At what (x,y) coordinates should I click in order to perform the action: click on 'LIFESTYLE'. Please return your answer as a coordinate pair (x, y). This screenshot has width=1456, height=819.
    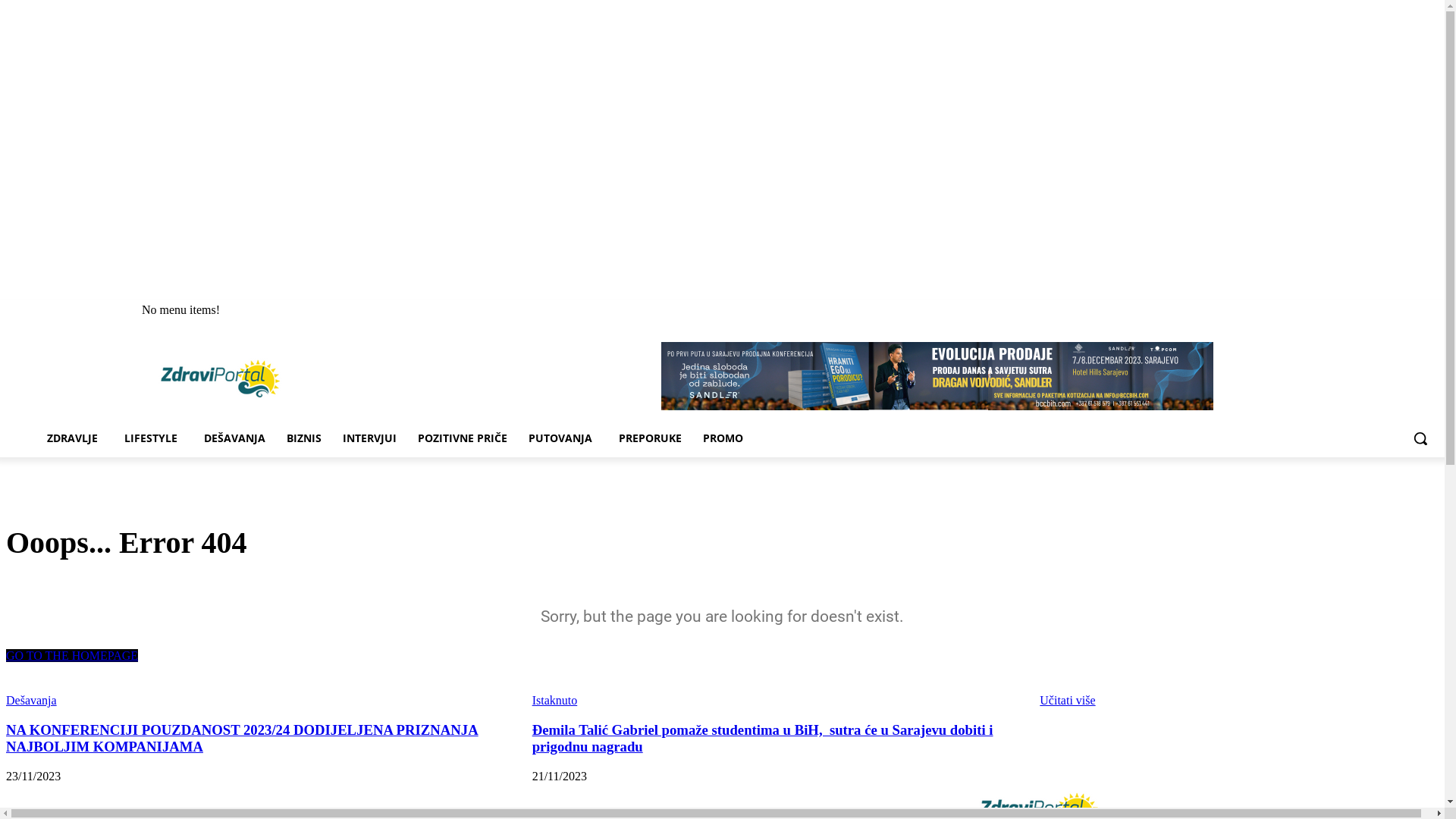
    Looking at the image, I should click on (112, 438).